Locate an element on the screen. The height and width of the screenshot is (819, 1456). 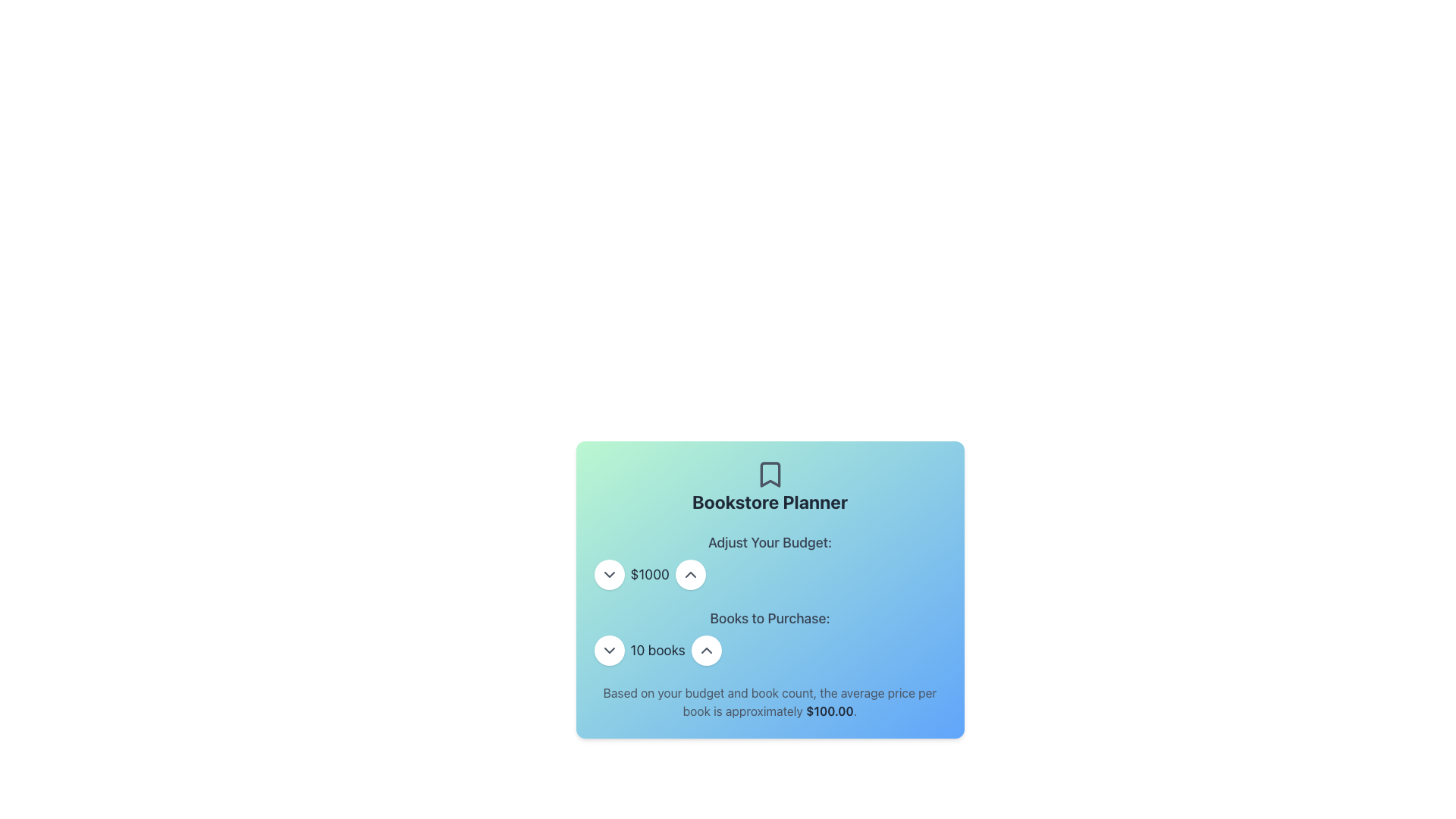
value displayed in the Text Display element that shows '$1000' in bold black font against a light blue background, situated between interactive arrow buttons is located at coordinates (650, 575).